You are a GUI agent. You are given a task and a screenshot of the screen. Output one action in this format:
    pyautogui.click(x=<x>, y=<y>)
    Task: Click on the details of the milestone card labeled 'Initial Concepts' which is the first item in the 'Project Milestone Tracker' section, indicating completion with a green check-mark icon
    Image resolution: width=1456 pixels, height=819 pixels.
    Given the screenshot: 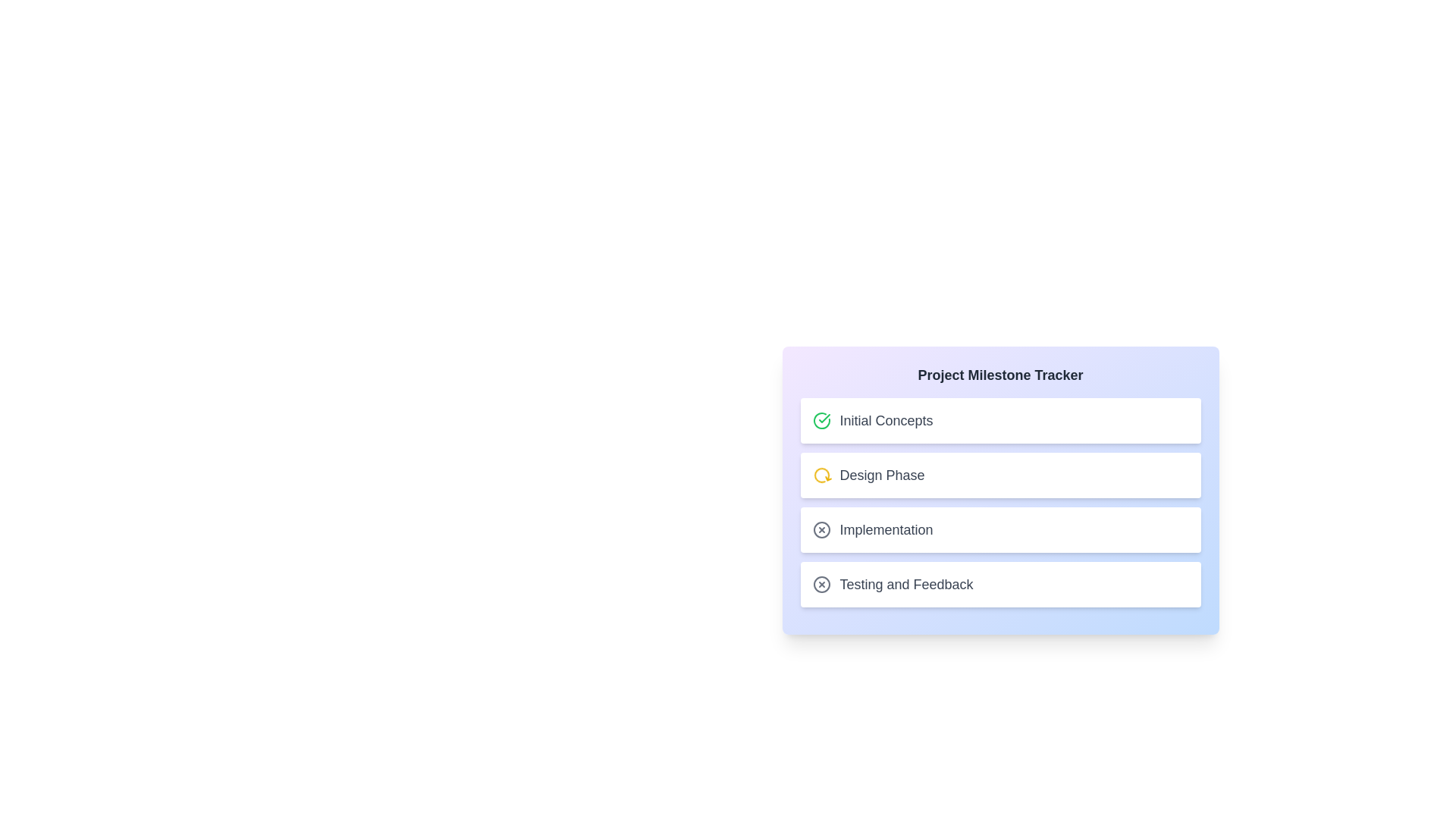 What is the action you would take?
    pyautogui.click(x=1000, y=421)
    